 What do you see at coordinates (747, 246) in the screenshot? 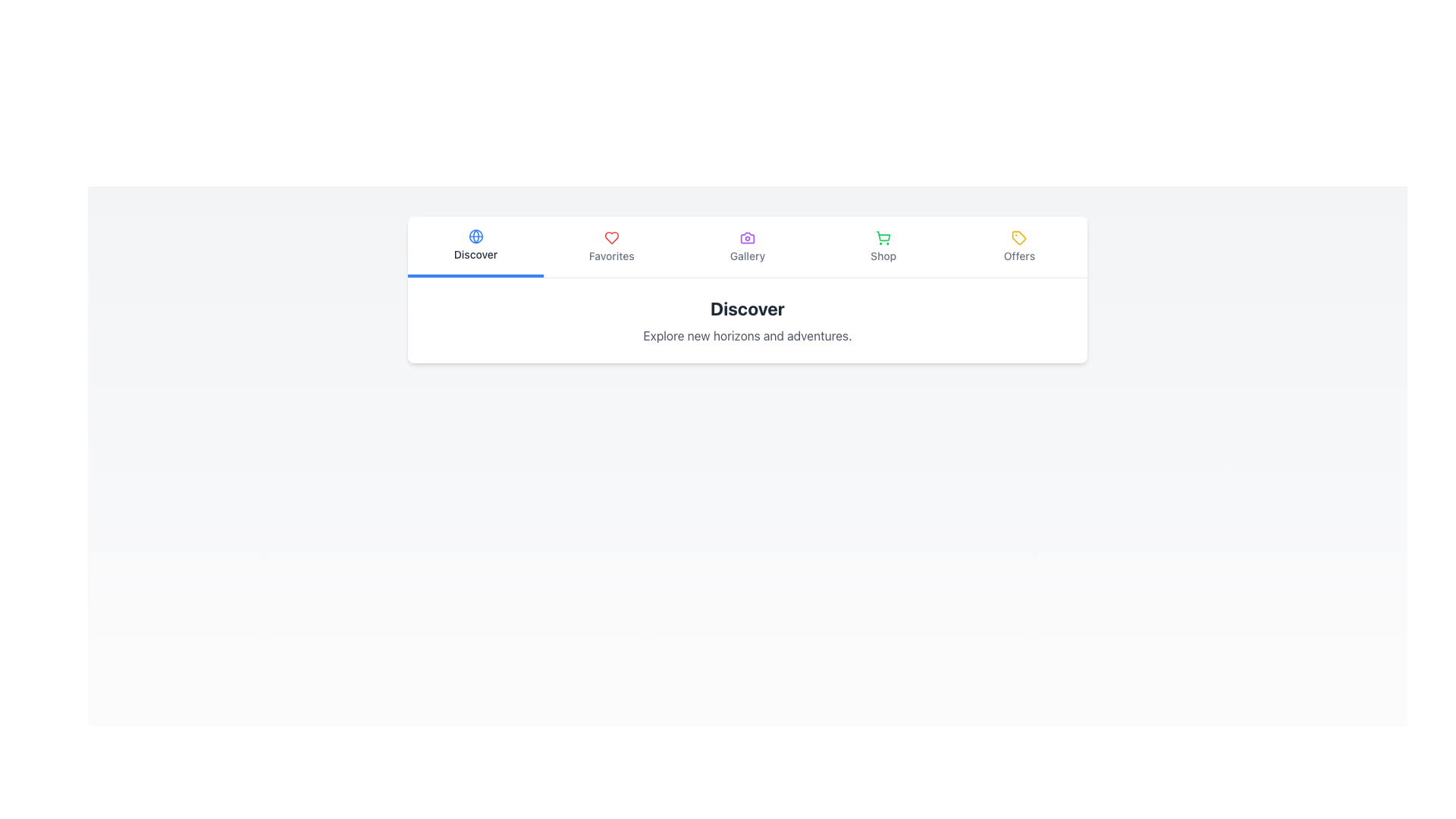
I see `the third item in the horizontal navigation bar, which serves as a navigation link directing to a gallery view or section` at bounding box center [747, 246].